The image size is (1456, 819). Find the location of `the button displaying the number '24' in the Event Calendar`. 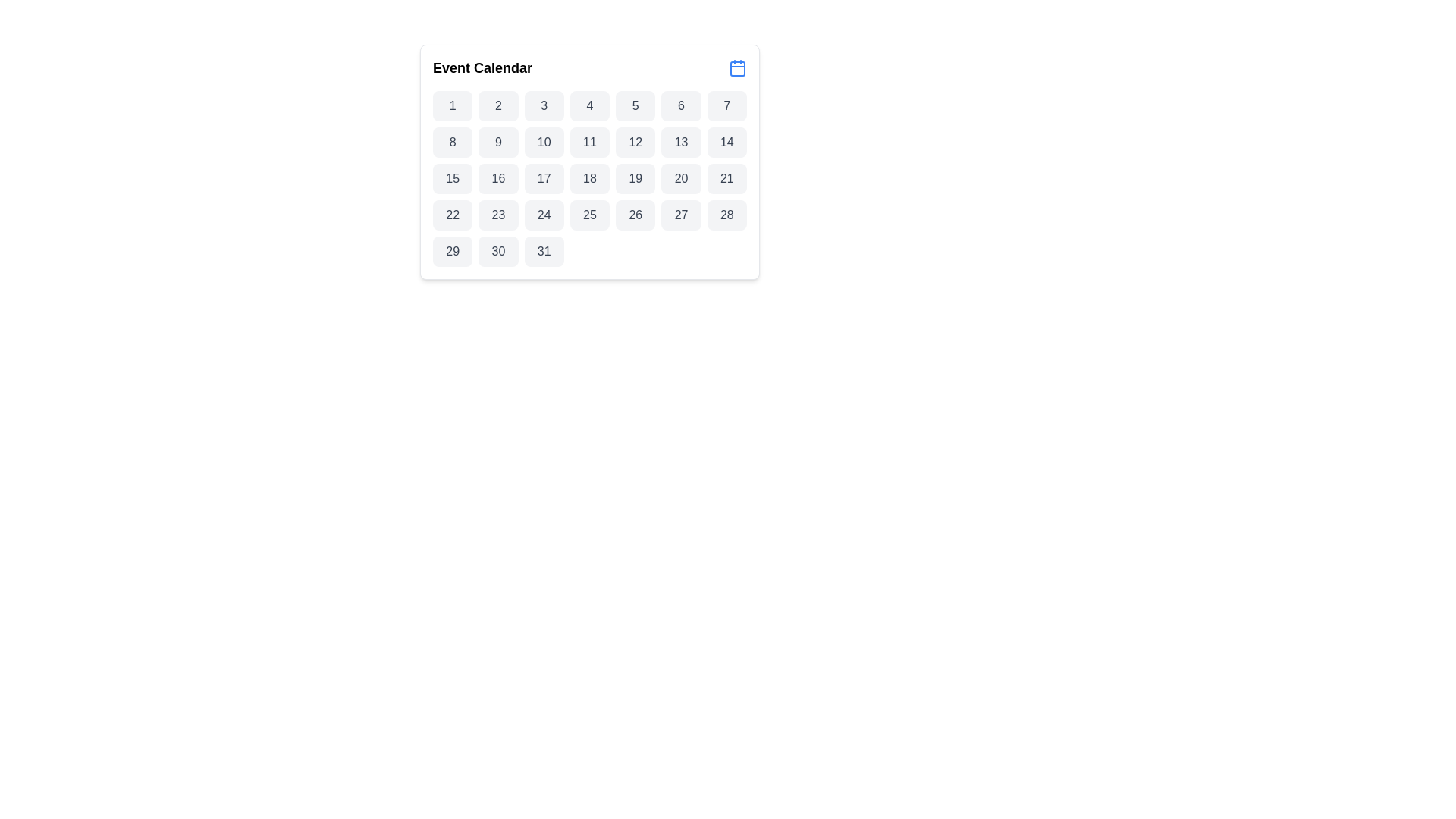

the button displaying the number '24' in the Event Calendar is located at coordinates (544, 215).